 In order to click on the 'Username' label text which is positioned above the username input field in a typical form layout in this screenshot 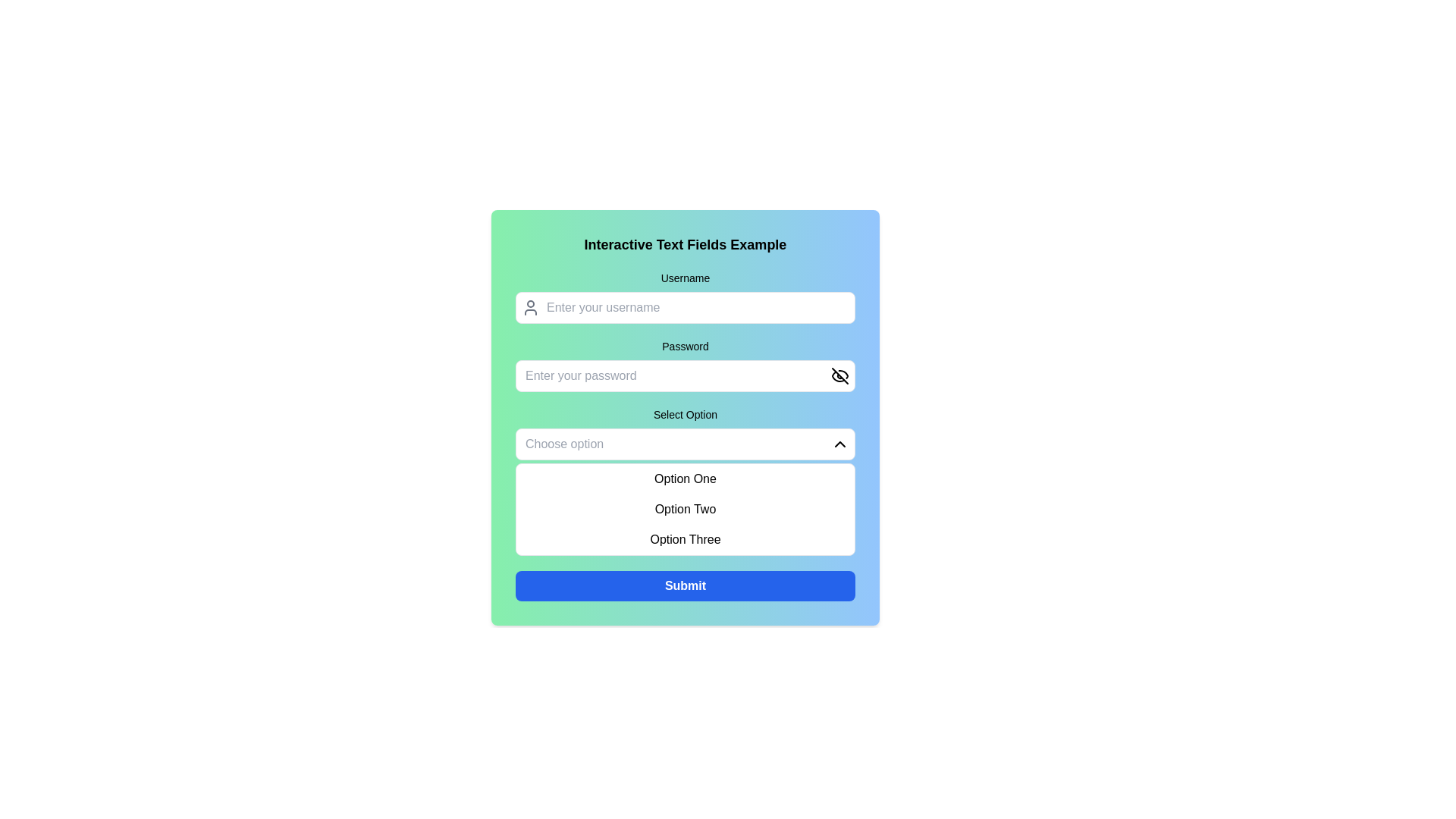, I will do `click(684, 278)`.